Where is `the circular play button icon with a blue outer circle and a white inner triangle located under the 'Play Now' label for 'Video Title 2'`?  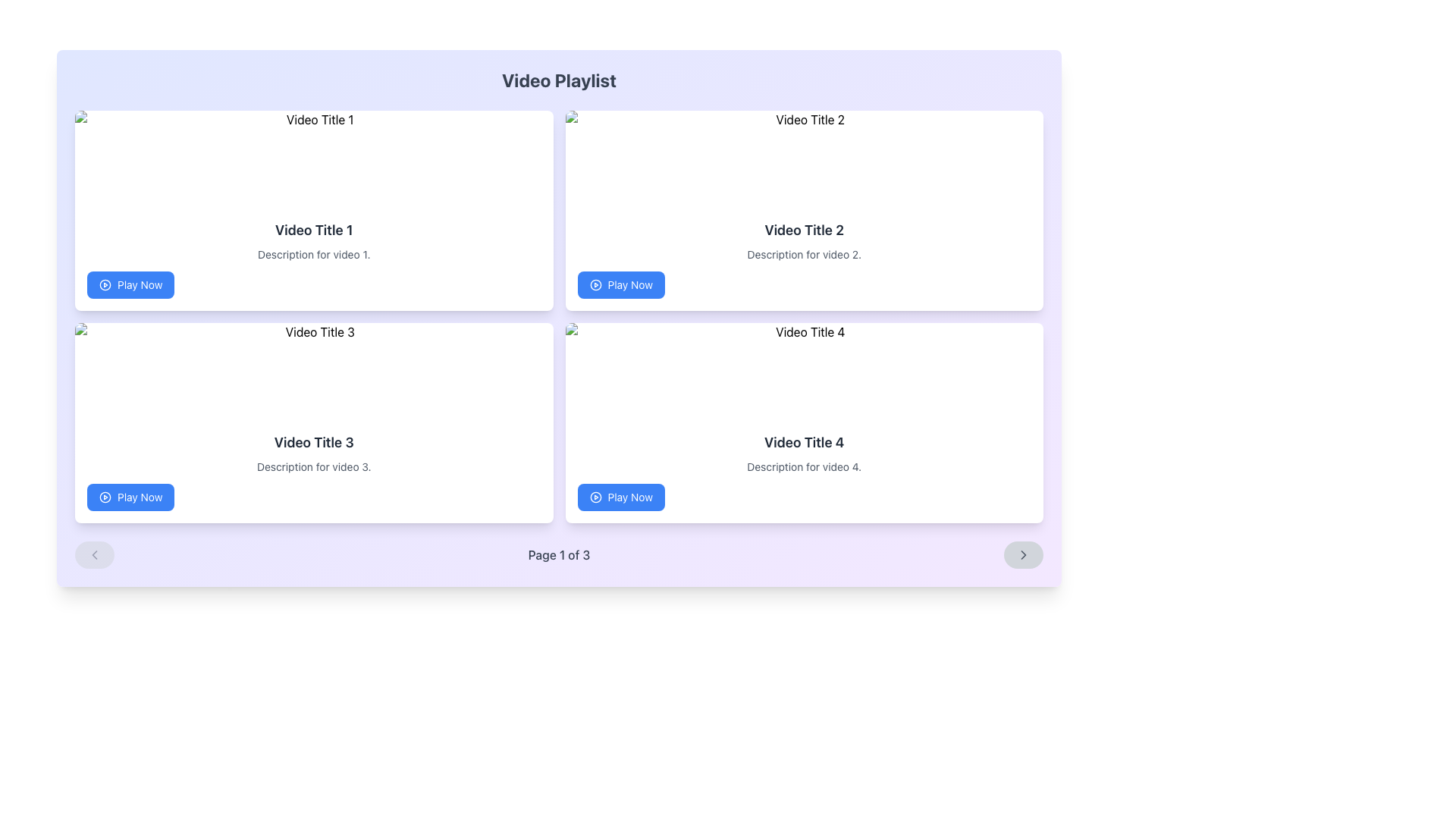
the circular play button icon with a blue outer circle and a white inner triangle located under the 'Play Now' label for 'Video Title 2' is located at coordinates (595, 284).